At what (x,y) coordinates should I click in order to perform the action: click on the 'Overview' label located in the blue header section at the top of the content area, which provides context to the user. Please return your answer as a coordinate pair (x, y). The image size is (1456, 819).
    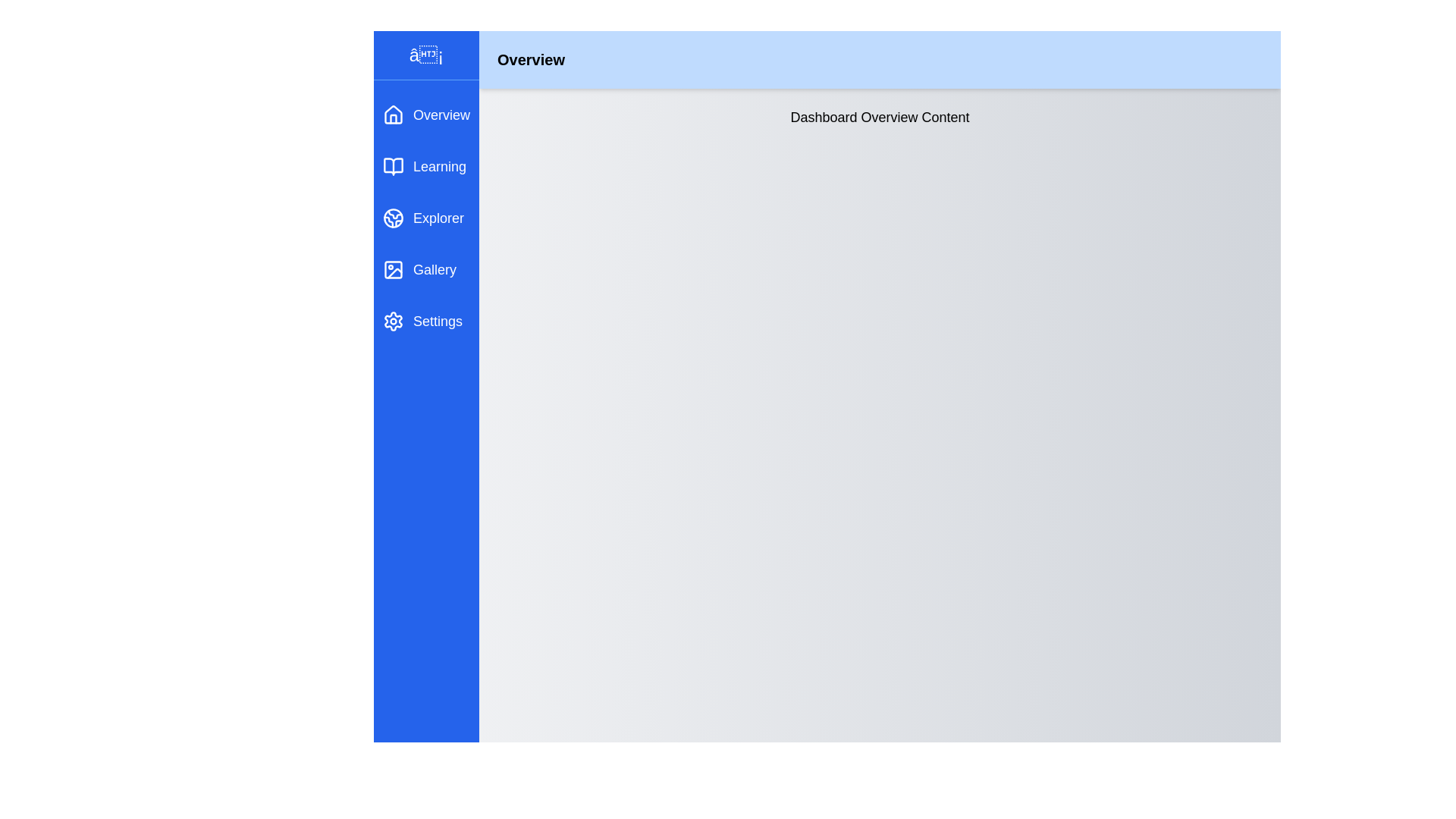
    Looking at the image, I should click on (531, 58).